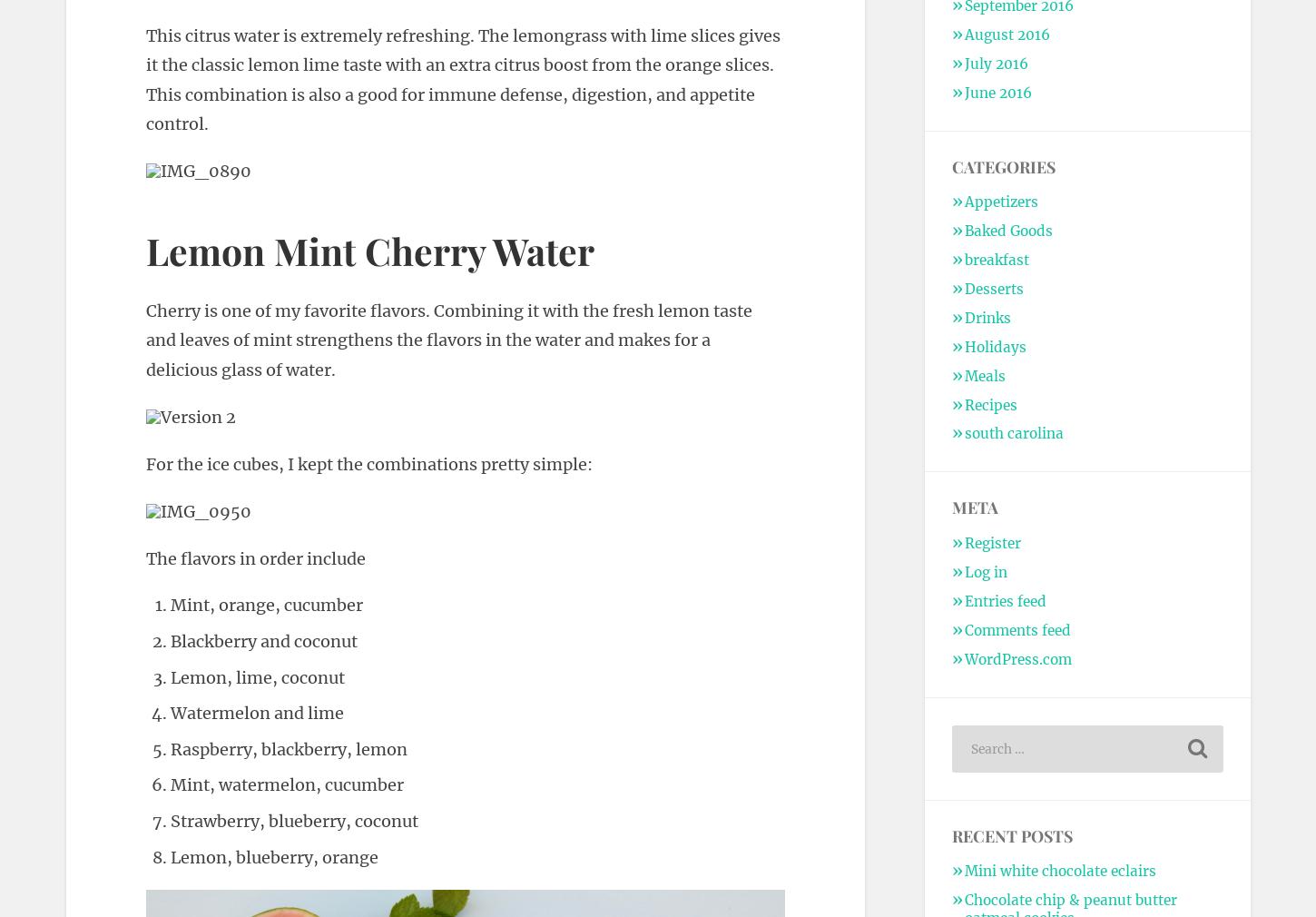  What do you see at coordinates (995, 62) in the screenshot?
I see `'July 2016'` at bounding box center [995, 62].